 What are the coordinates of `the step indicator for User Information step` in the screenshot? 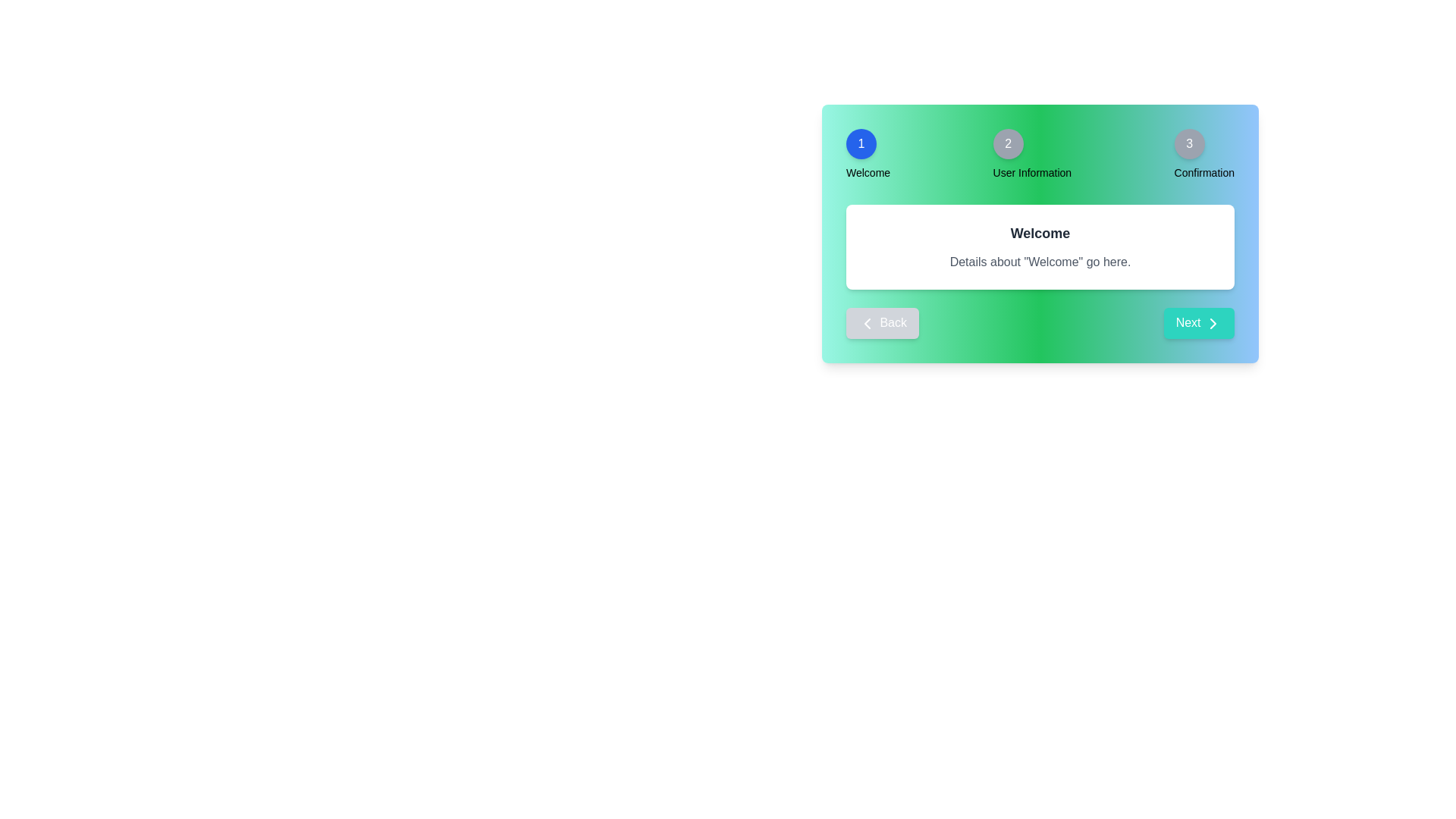 It's located at (1008, 143).